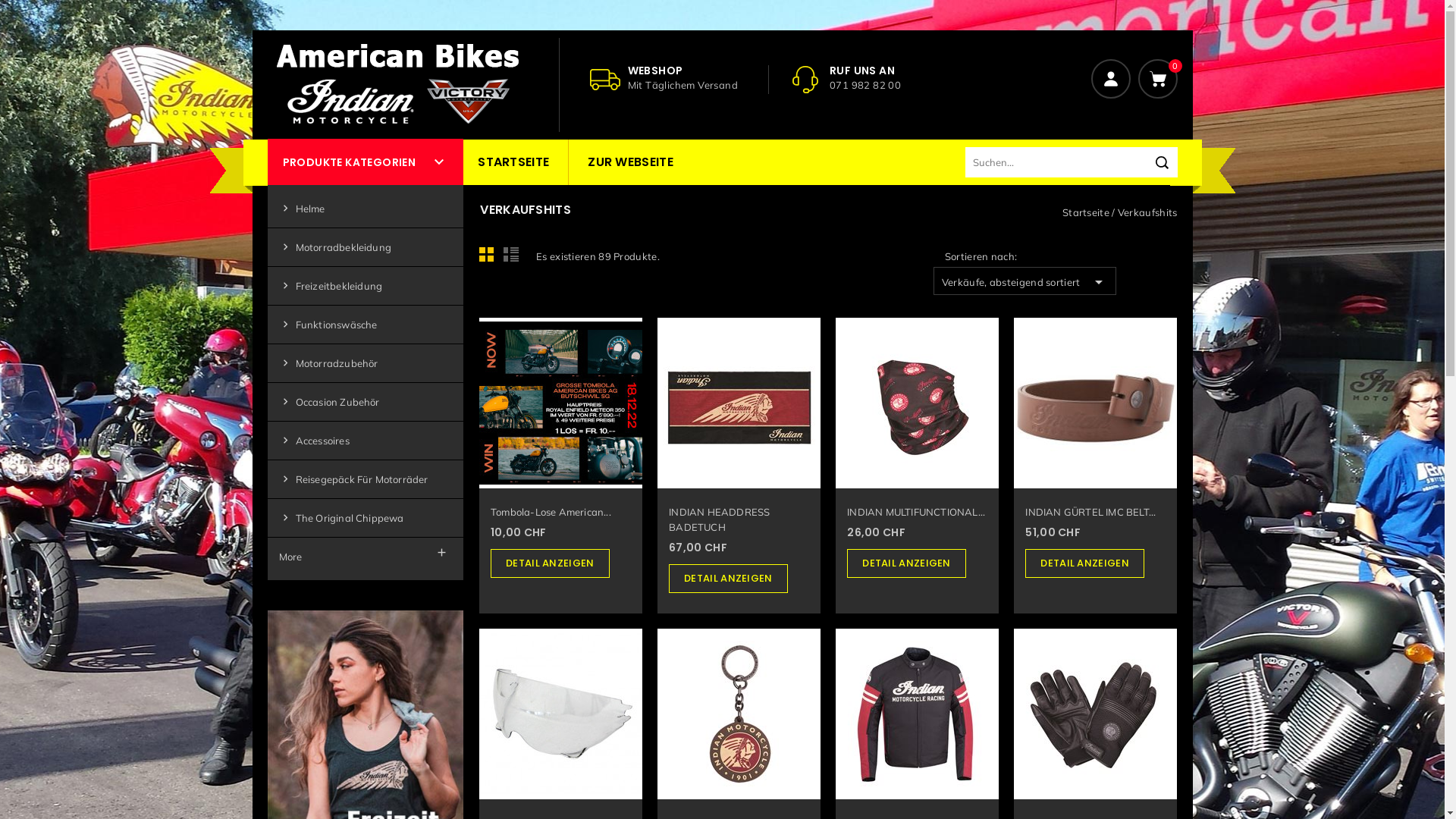 The width and height of the screenshot is (1456, 819). What do you see at coordinates (1086, 212) in the screenshot?
I see `'Startseite'` at bounding box center [1086, 212].